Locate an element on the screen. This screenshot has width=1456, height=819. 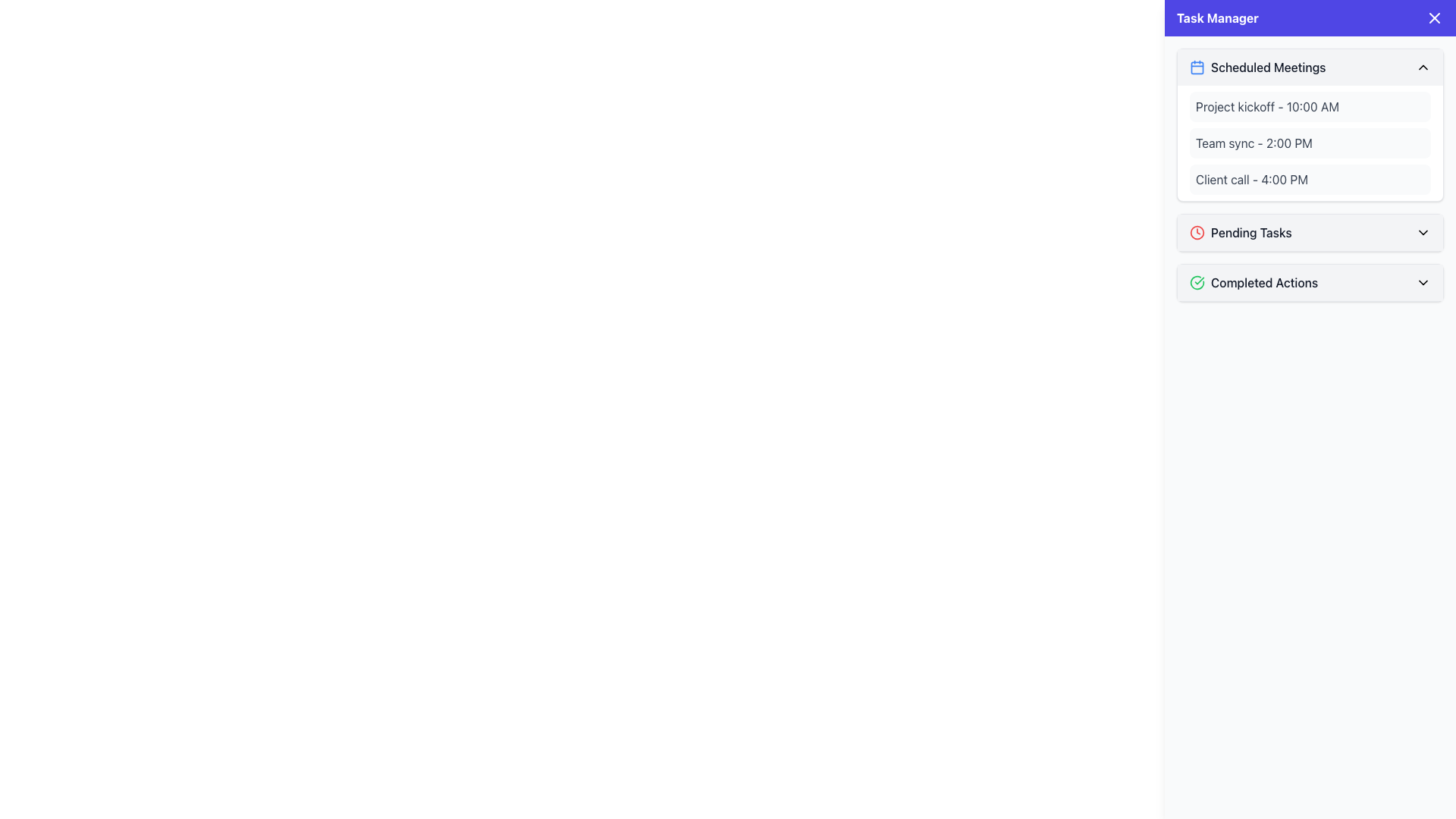
the Collapsible Section Header for 'Completed Actions' is located at coordinates (1310, 283).